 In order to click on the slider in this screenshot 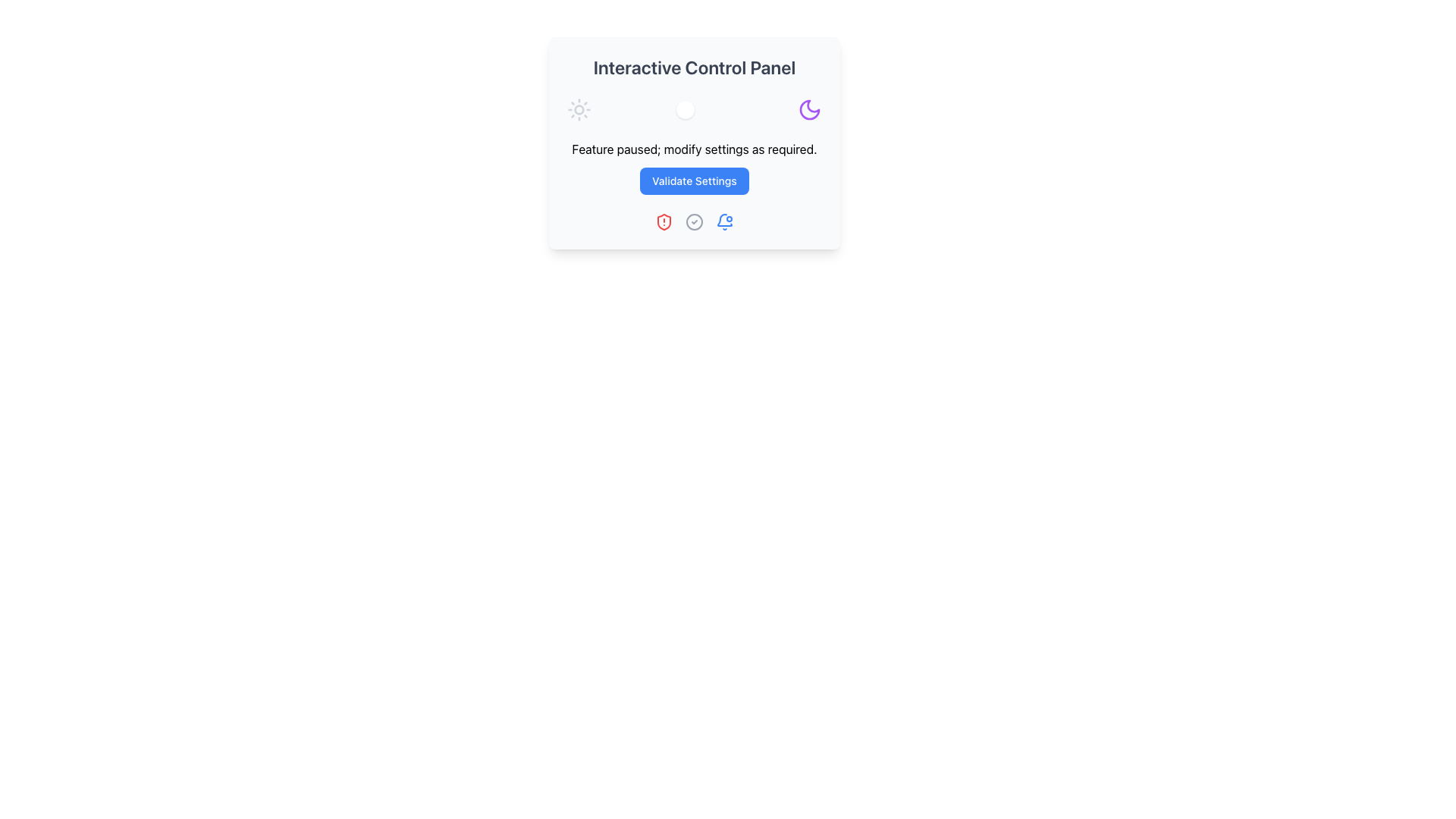, I will do `click(711, 109)`.